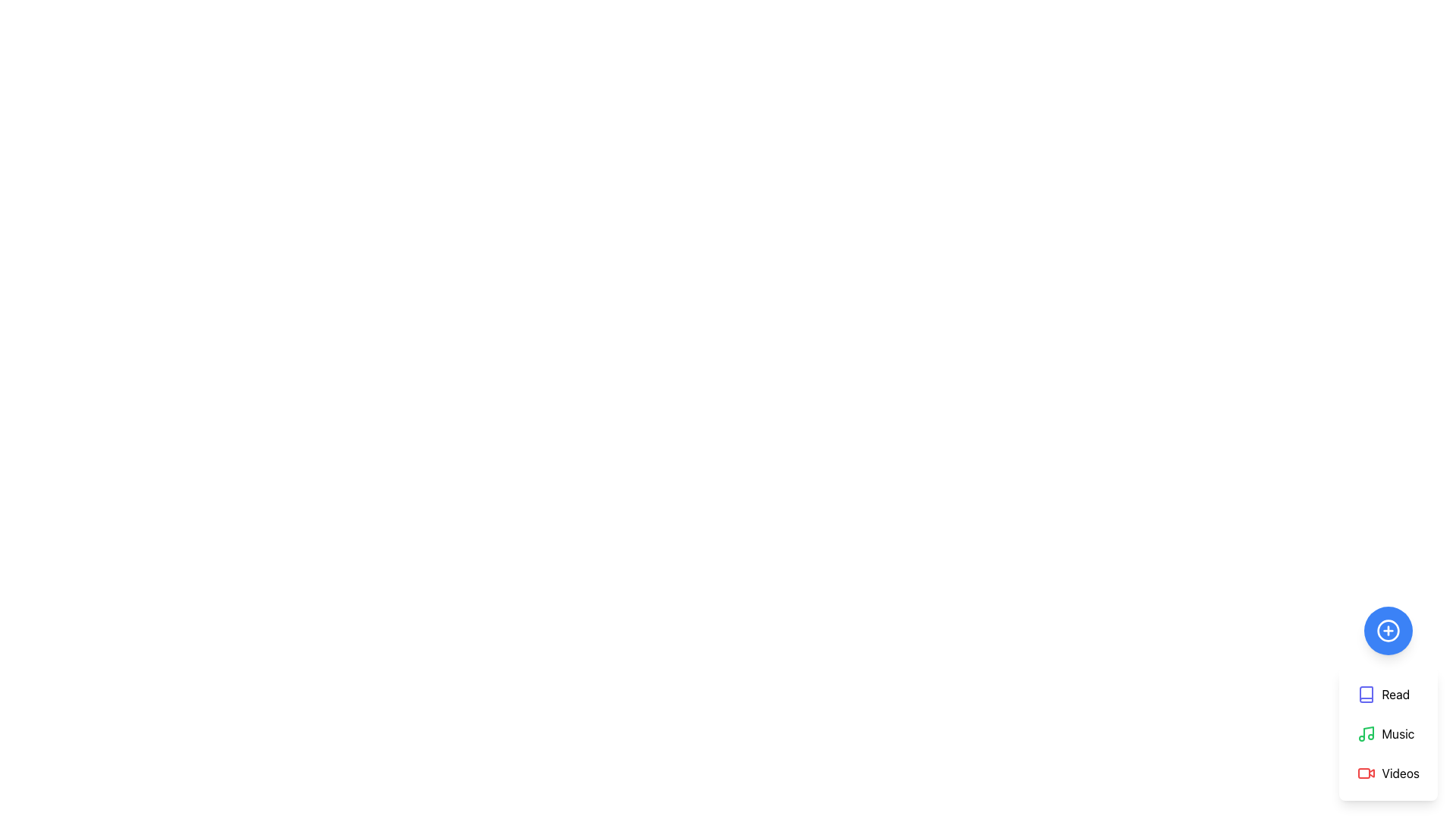 The height and width of the screenshot is (819, 1456). I want to click on the indigo book icon located at the top of the vertical menu column, adjacent to the 'Read' text label, so click(1367, 694).